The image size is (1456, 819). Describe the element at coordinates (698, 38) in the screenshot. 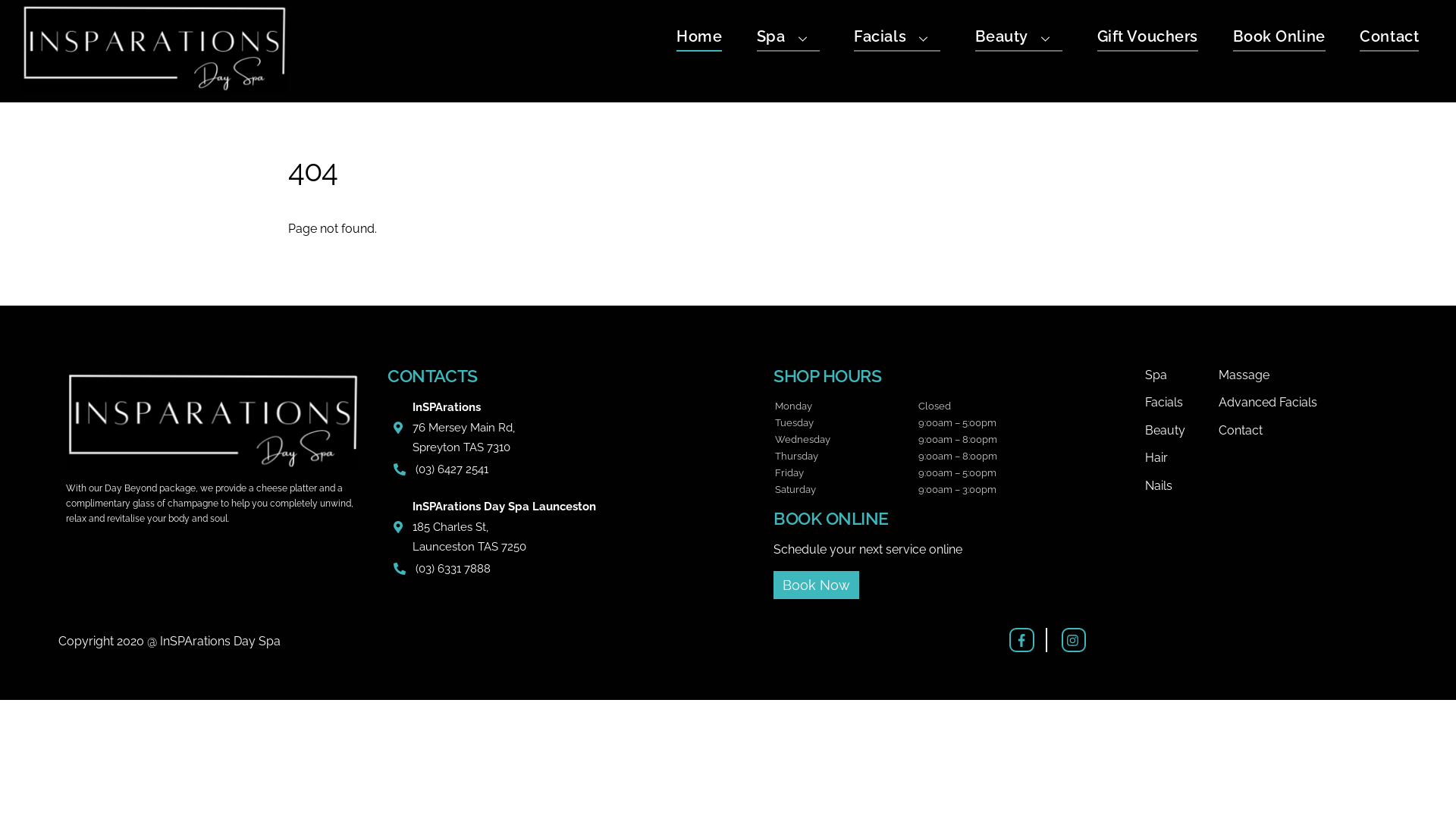

I see `'Home'` at that location.